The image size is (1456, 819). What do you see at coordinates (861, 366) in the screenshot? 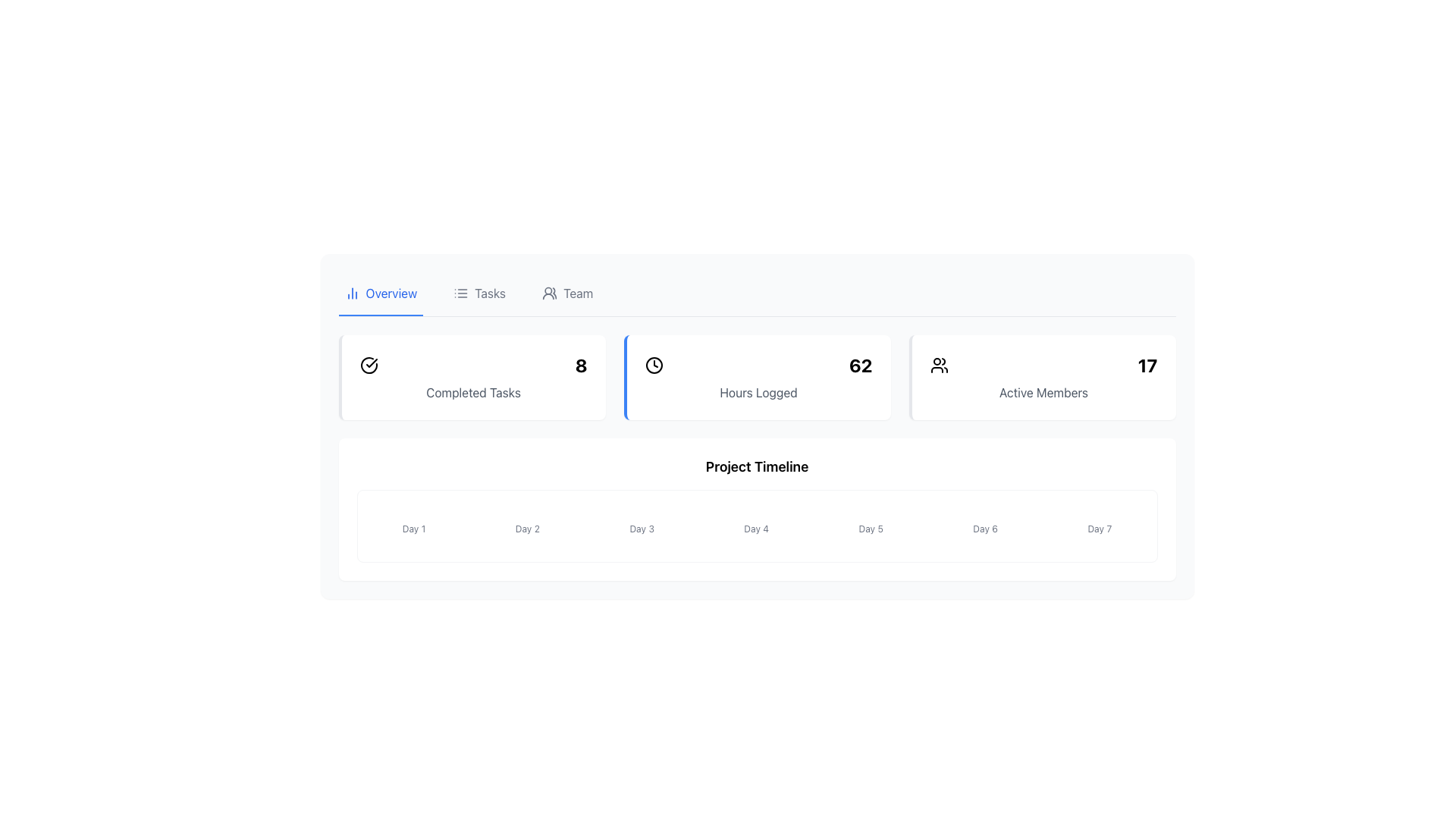
I see `the static text label displaying the number '62', which is bold and large, located at the rightmost edge of the second segment of the row adjacent to a clock icon` at bounding box center [861, 366].